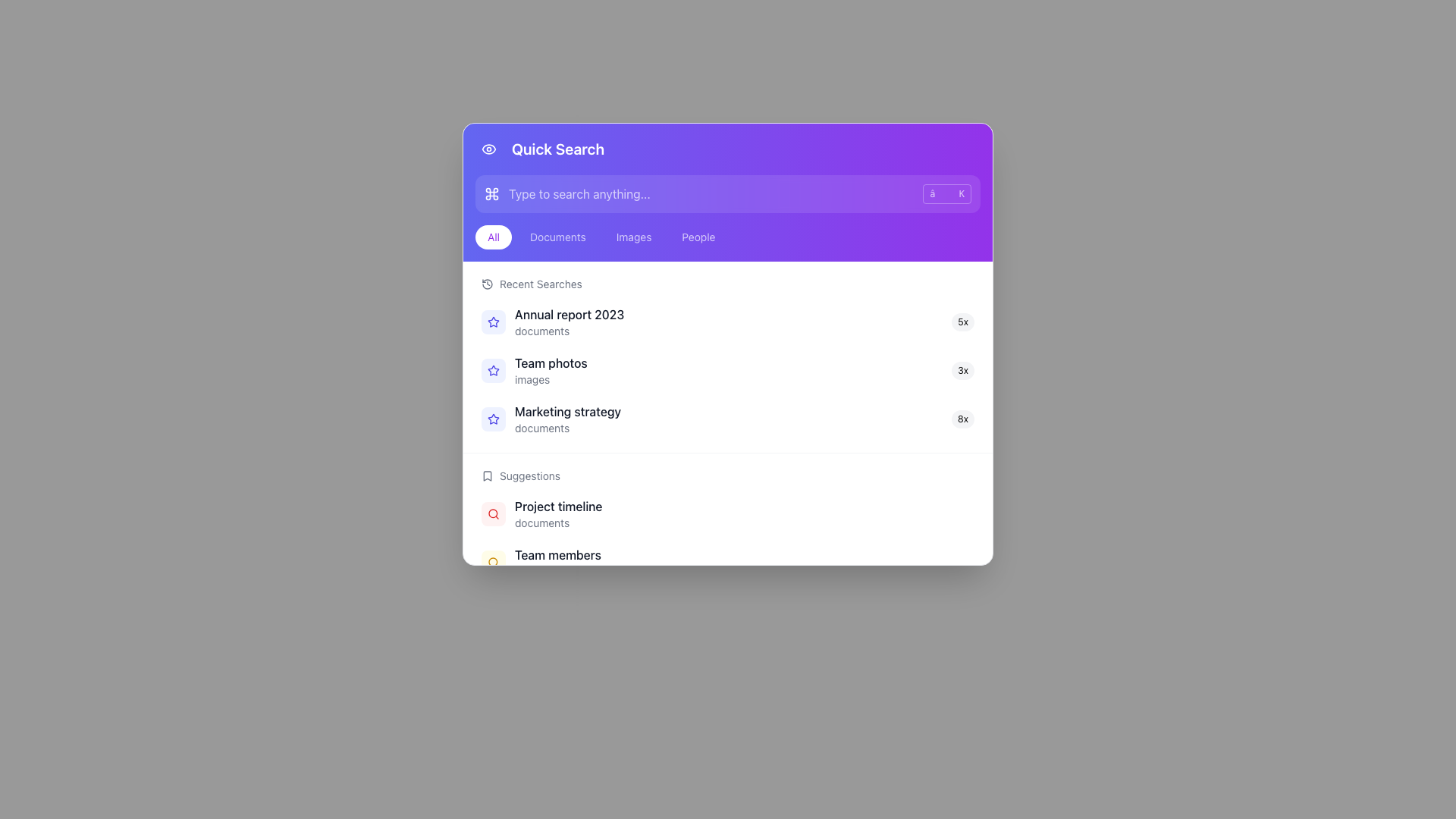 Image resolution: width=1456 pixels, height=819 pixels. Describe the element at coordinates (728, 562) in the screenshot. I see `the 'Team members' button, which features a light background, a yellow magnifying glass icon, and bold text indicating 'Team members' with smaller text 'people' below it, located in the lower portion of the suggestions dropdown` at that location.